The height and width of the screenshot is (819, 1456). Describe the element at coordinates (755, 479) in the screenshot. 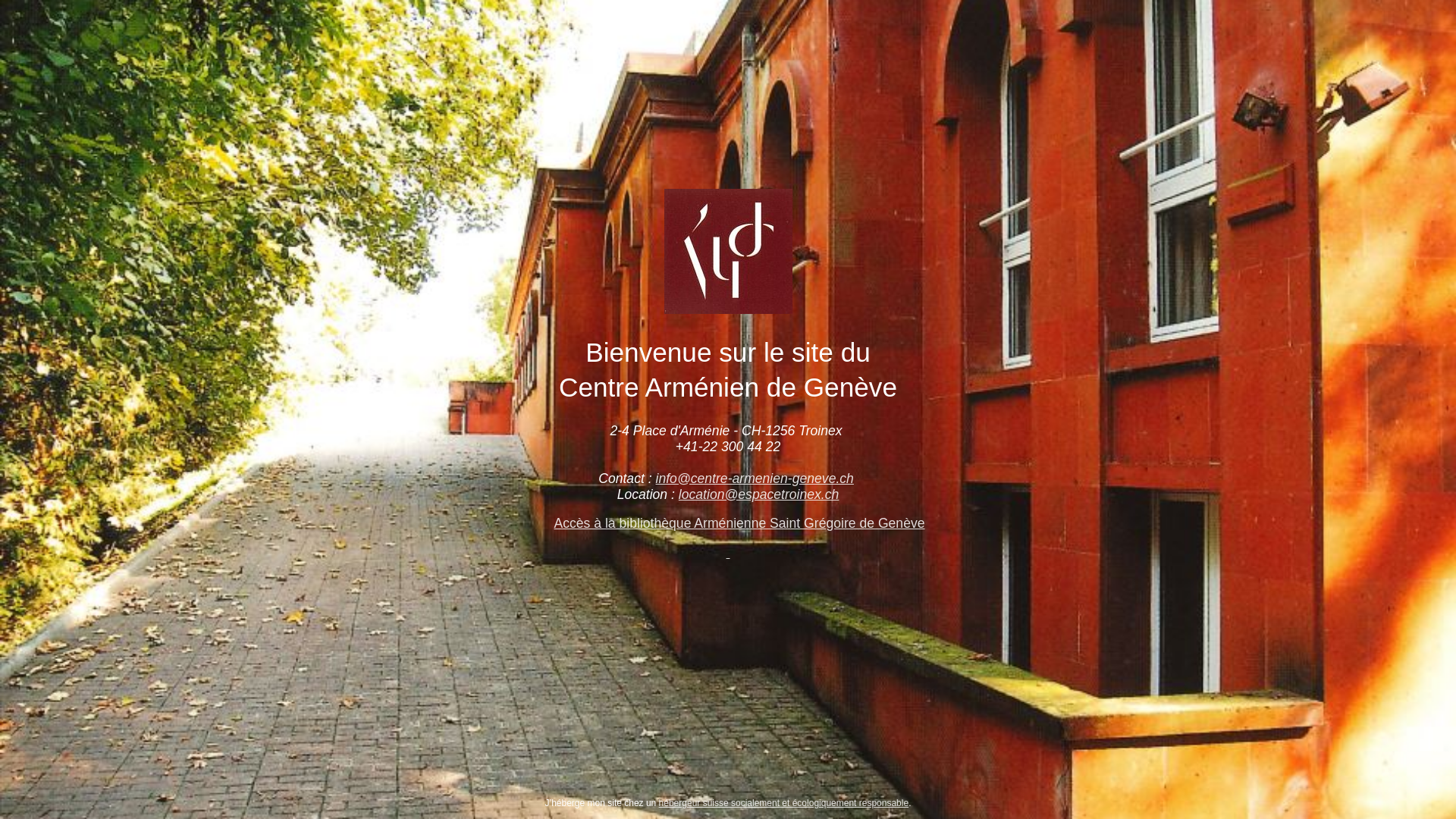

I see `'info@centre-armenien-geneve.ch'` at that location.